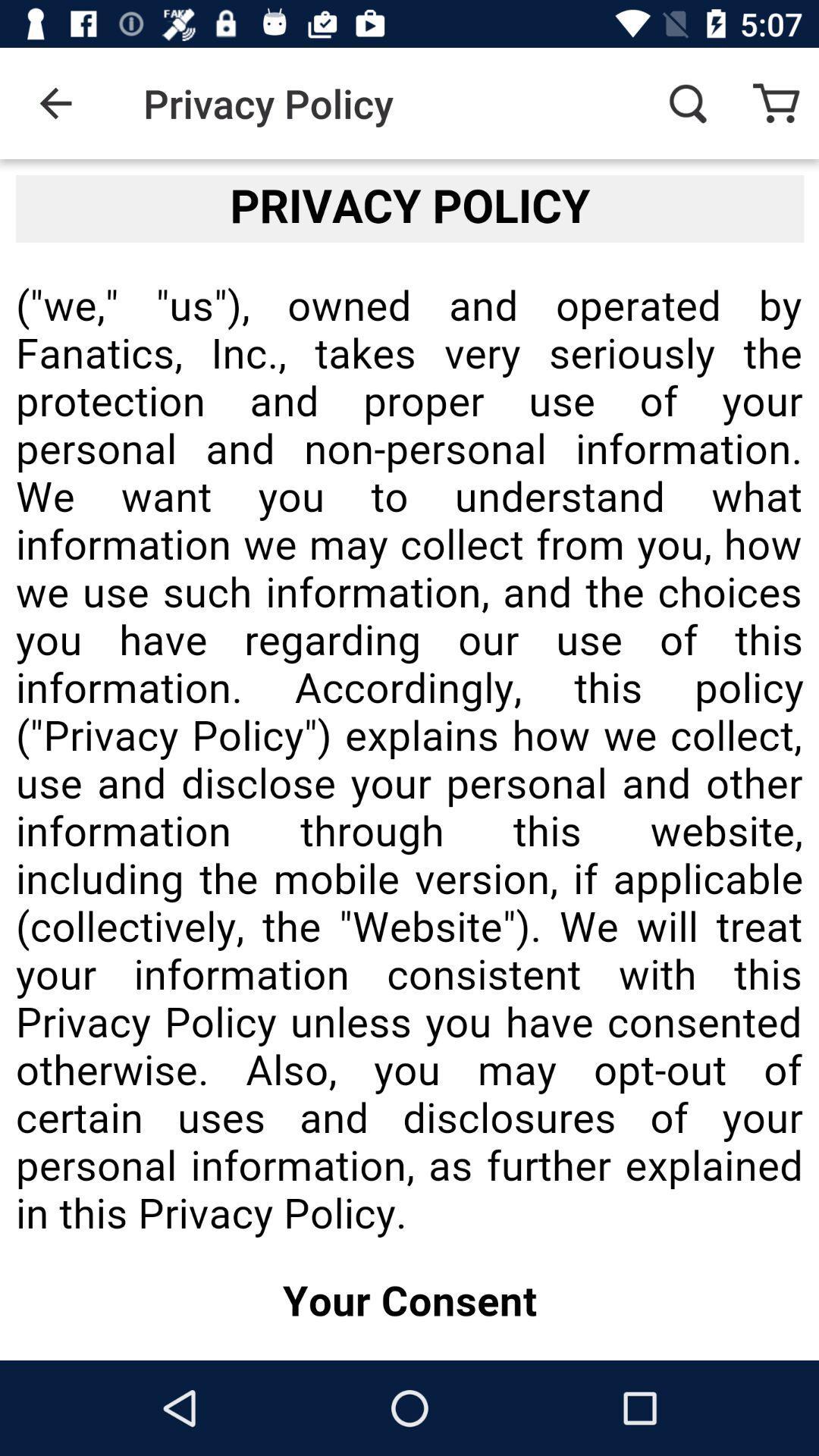  I want to click on read consent, so click(409, 760).